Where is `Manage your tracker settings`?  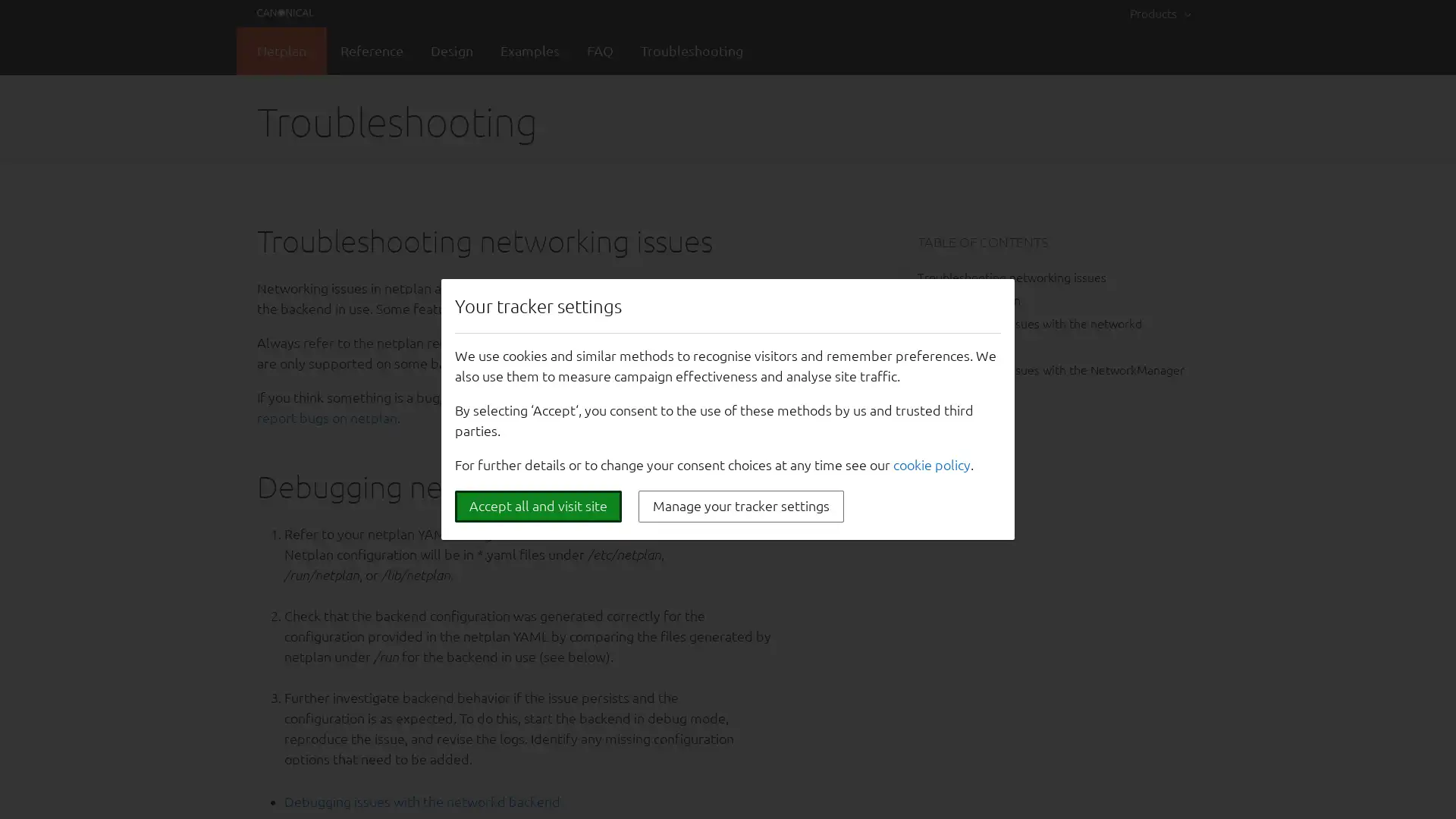
Manage your tracker settings is located at coordinates (741, 506).